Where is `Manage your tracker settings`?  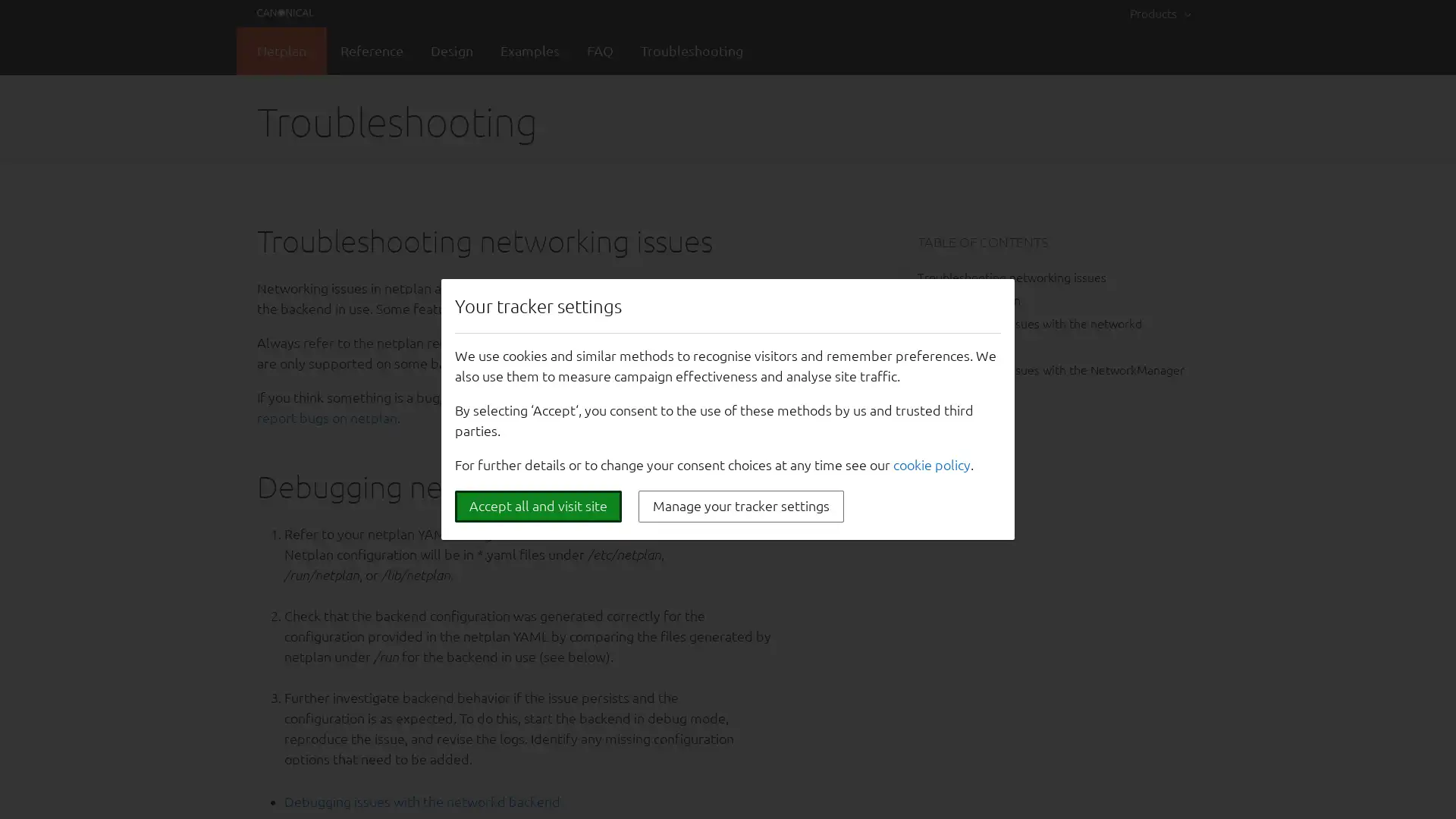
Manage your tracker settings is located at coordinates (741, 506).